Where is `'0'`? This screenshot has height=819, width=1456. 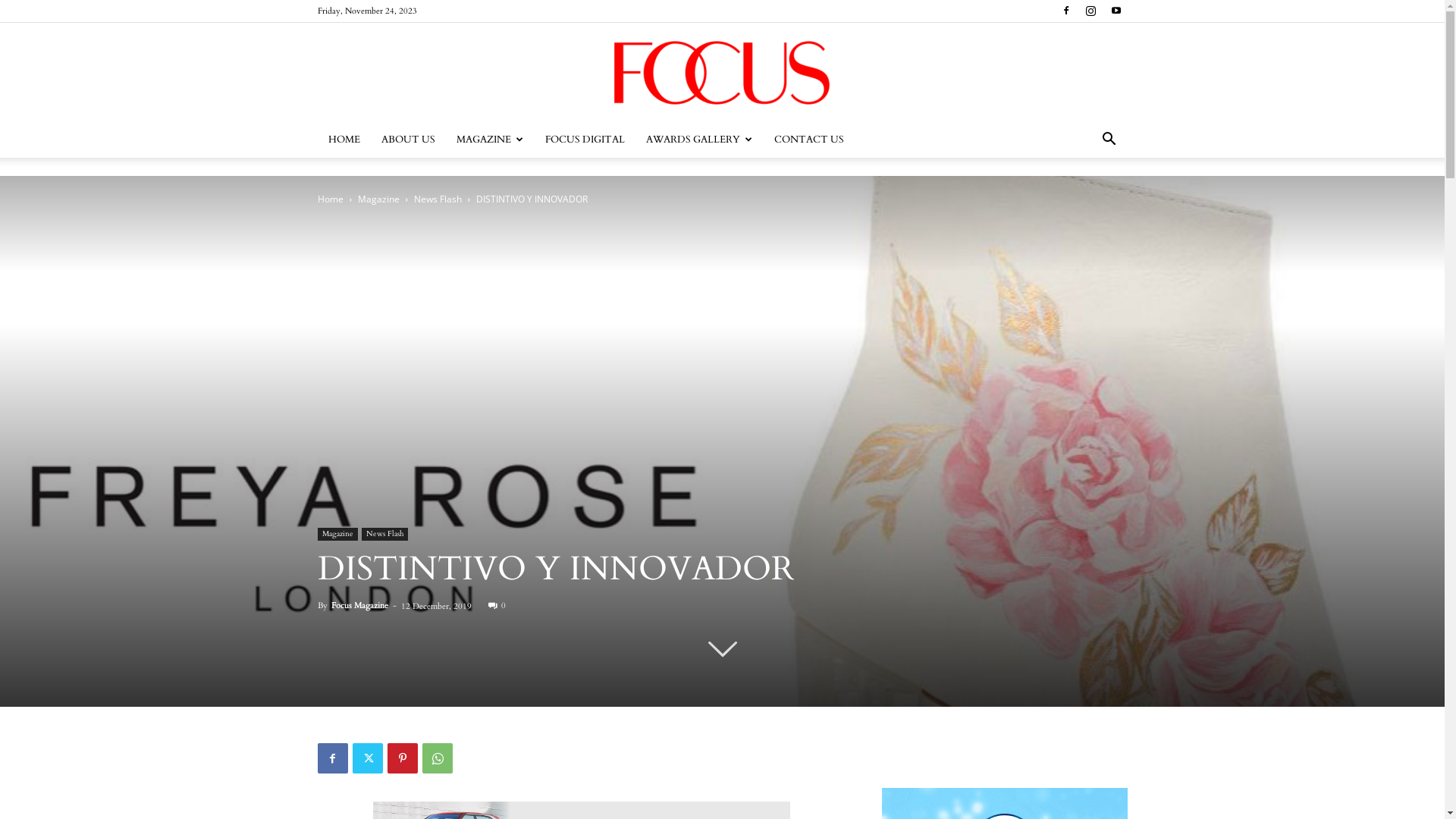
'0' is located at coordinates (497, 604).